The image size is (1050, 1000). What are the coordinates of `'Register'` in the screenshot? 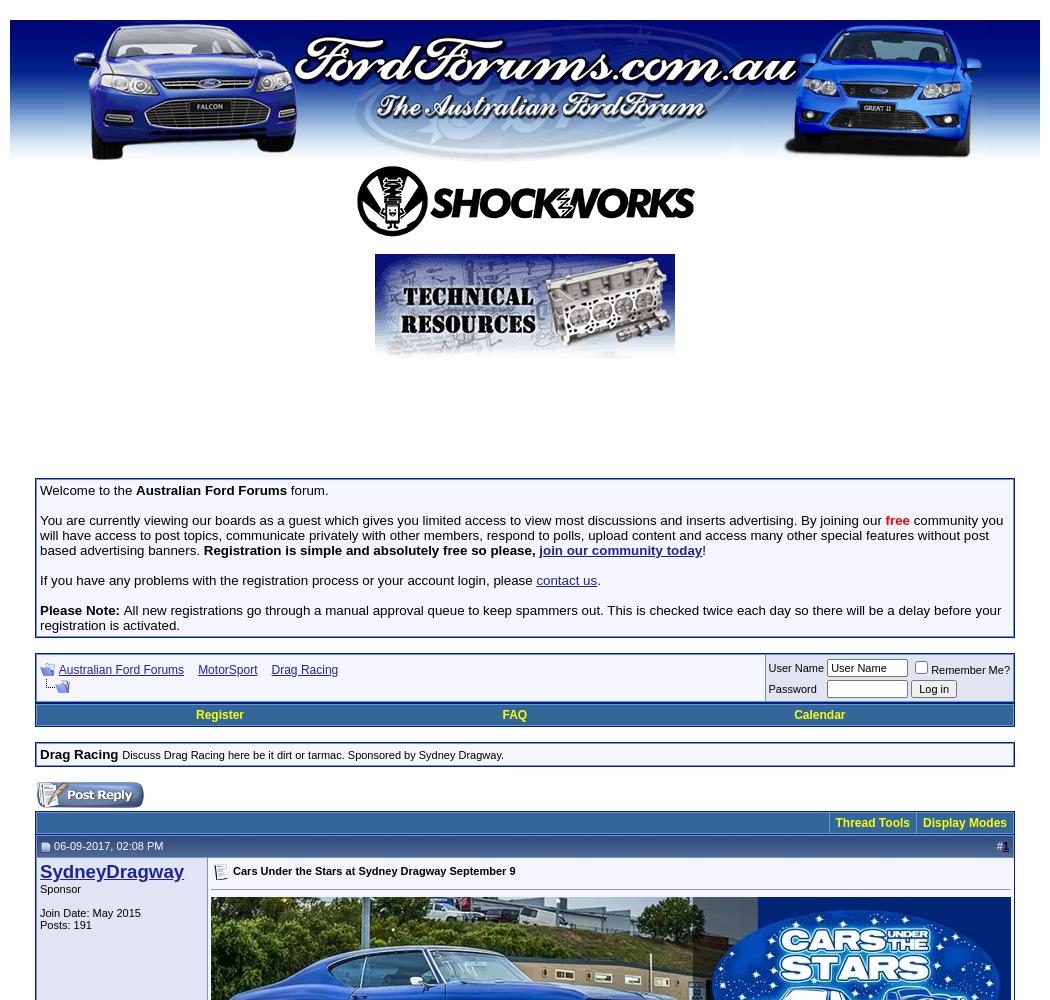 It's located at (218, 714).